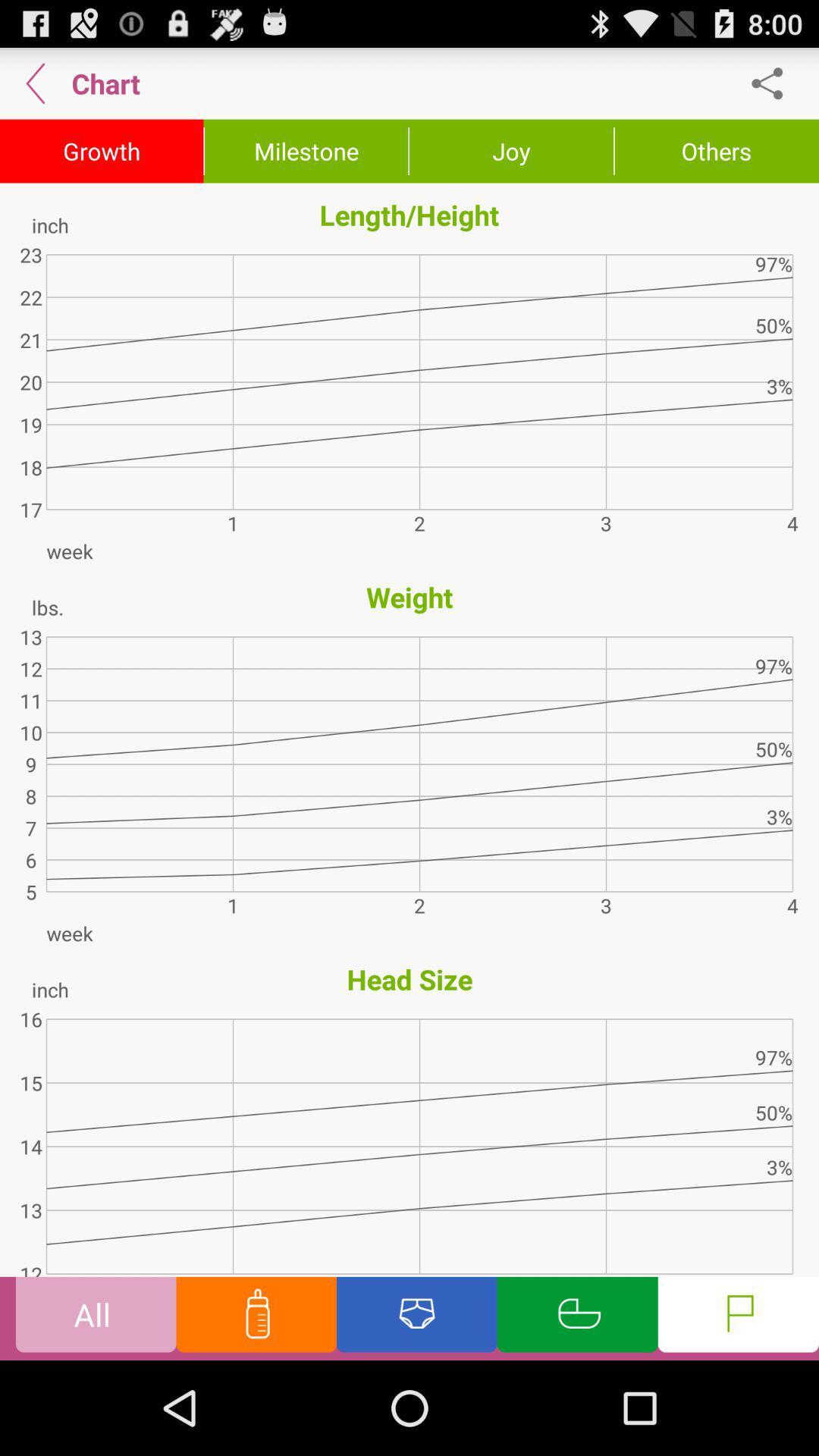 The width and height of the screenshot is (819, 1456). I want to click on go back, so click(35, 83).